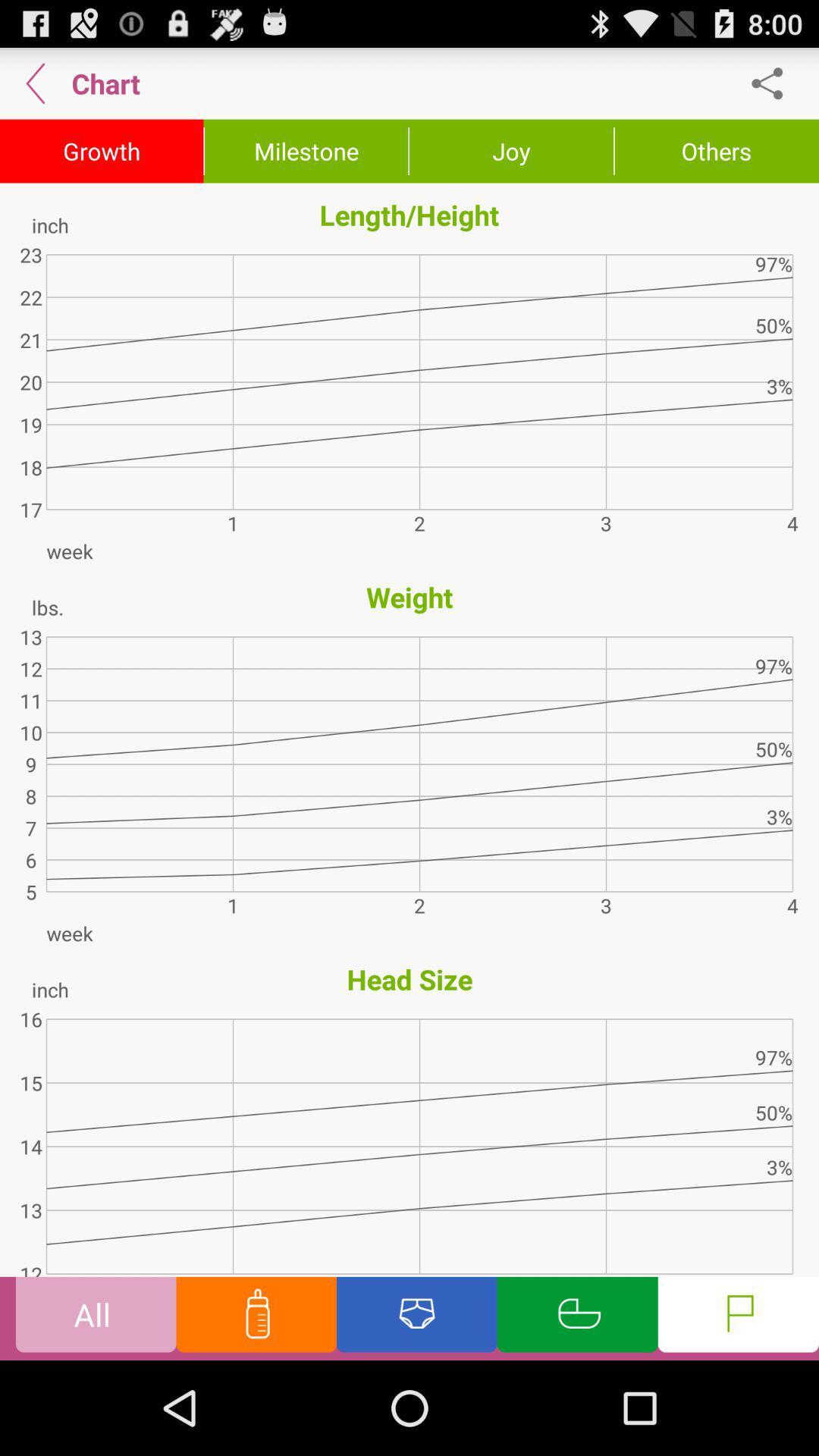 The width and height of the screenshot is (819, 1456). I want to click on go back, so click(35, 83).